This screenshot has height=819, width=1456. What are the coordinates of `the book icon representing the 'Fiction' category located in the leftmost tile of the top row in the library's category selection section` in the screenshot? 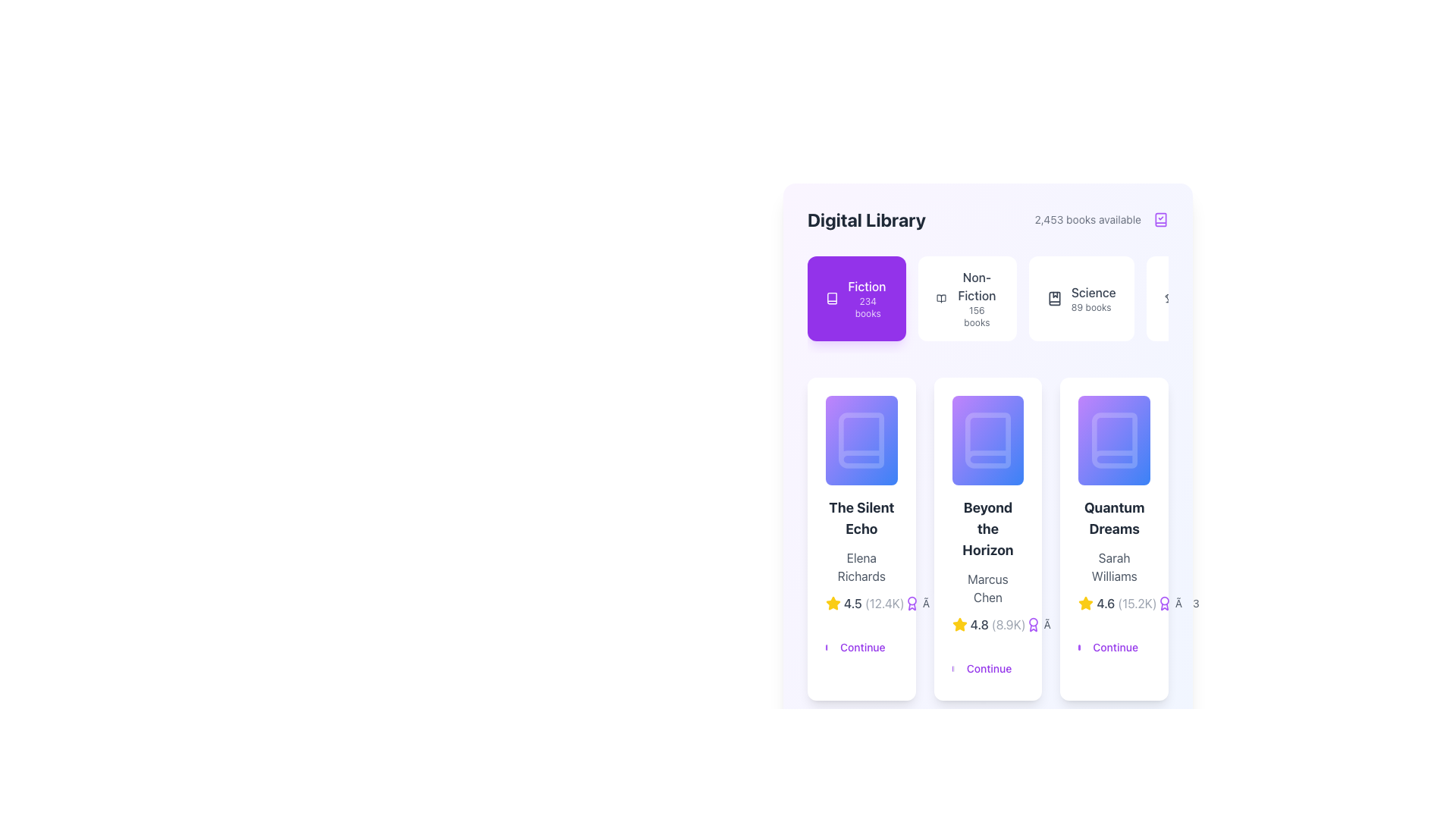 It's located at (831, 298).